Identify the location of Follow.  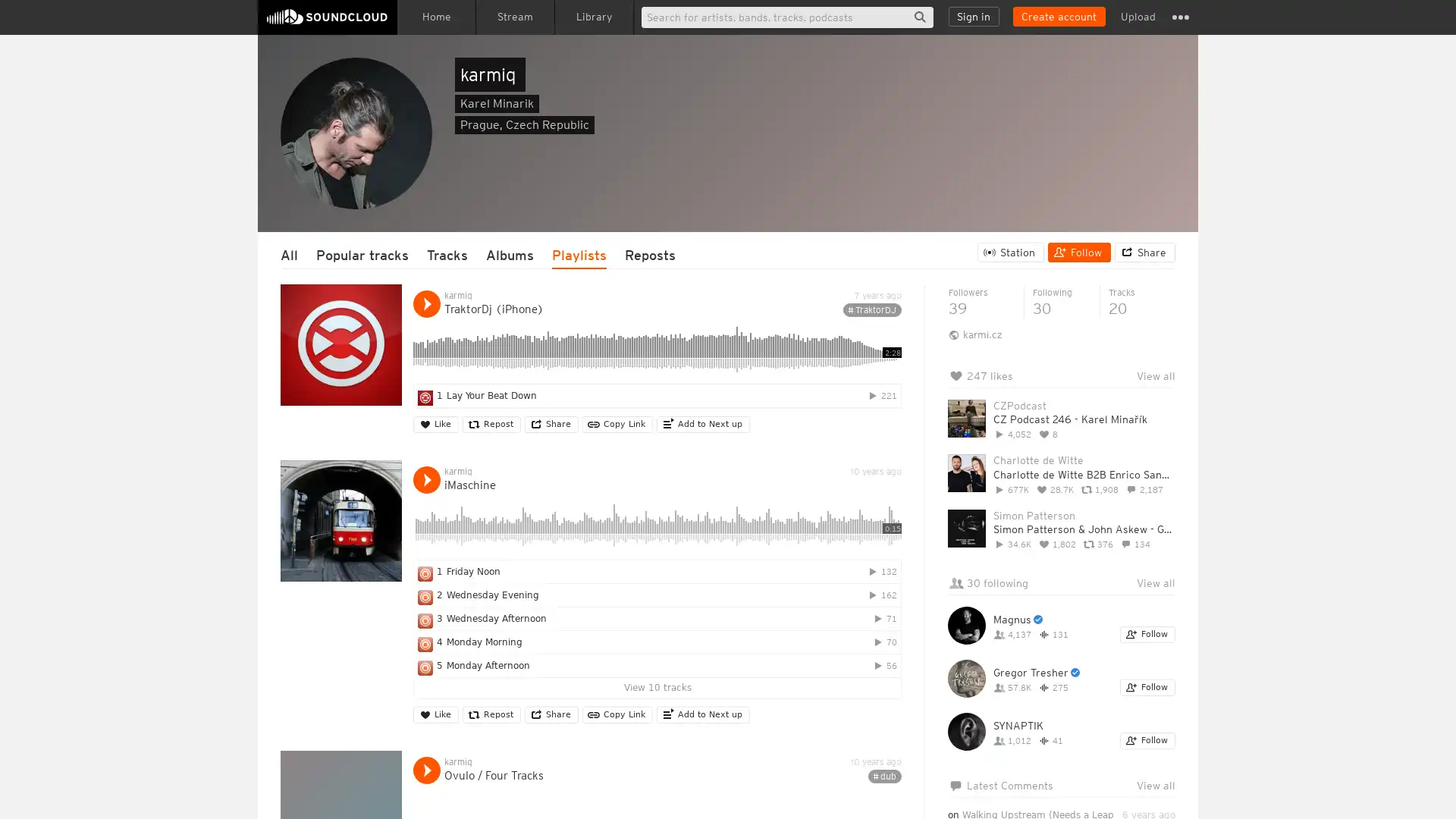
(1147, 635).